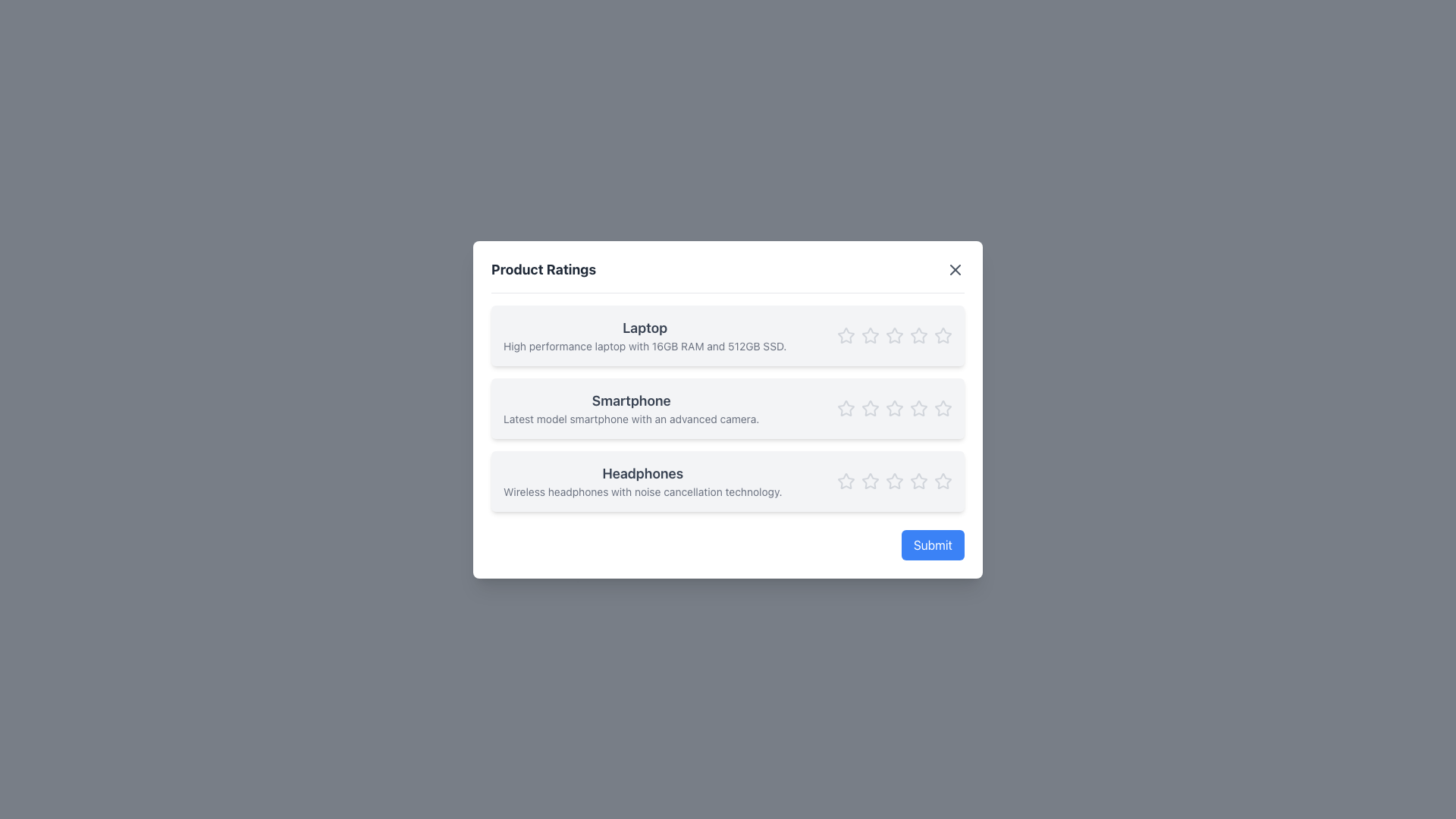 This screenshot has width=1456, height=819. What do you see at coordinates (631, 407) in the screenshot?
I see `text from the Text Block representing the product category for smartphones, which is the second entry in the vertical list of the 'Product Ratings' dialog` at bounding box center [631, 407].